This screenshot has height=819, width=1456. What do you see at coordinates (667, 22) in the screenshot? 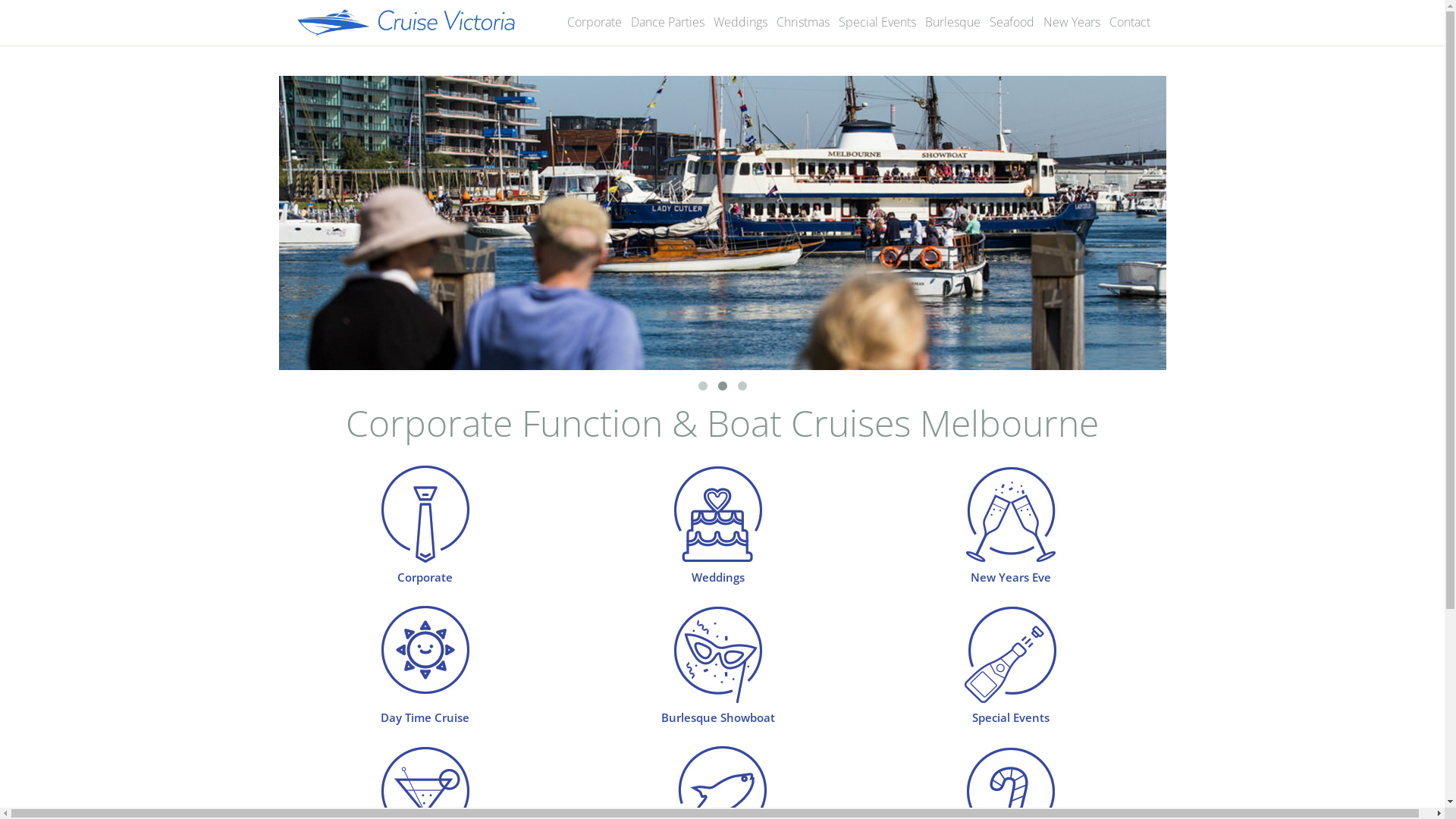
I see `'Dance Parties'` at bounding box center [667, 22].